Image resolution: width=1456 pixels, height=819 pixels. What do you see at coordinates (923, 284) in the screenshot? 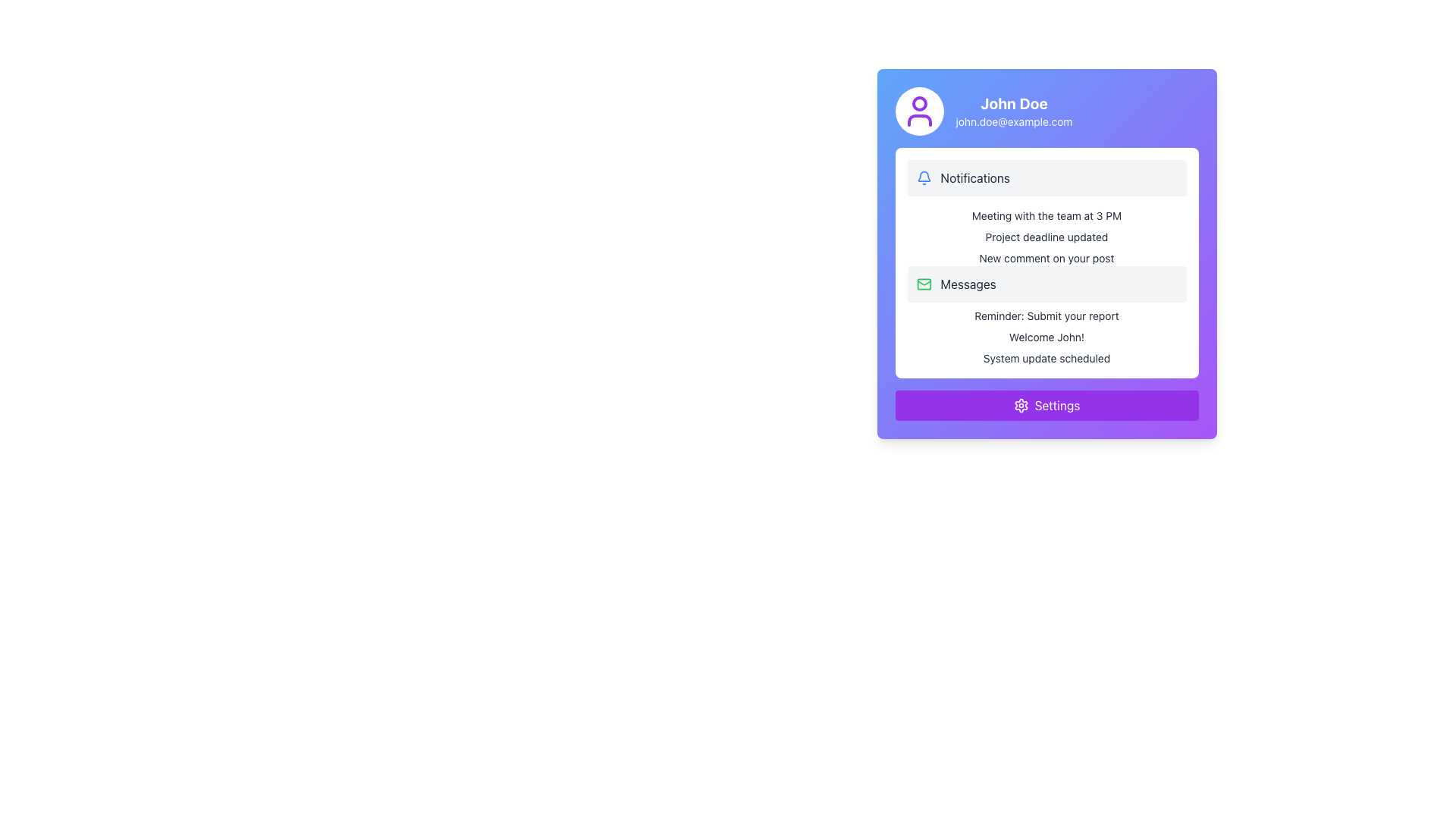
I see `the 'Messages' graphical icon, which is a part of the categorized notifications section, located below the bell icon in the vertical list` at bounding box center [923, 284].